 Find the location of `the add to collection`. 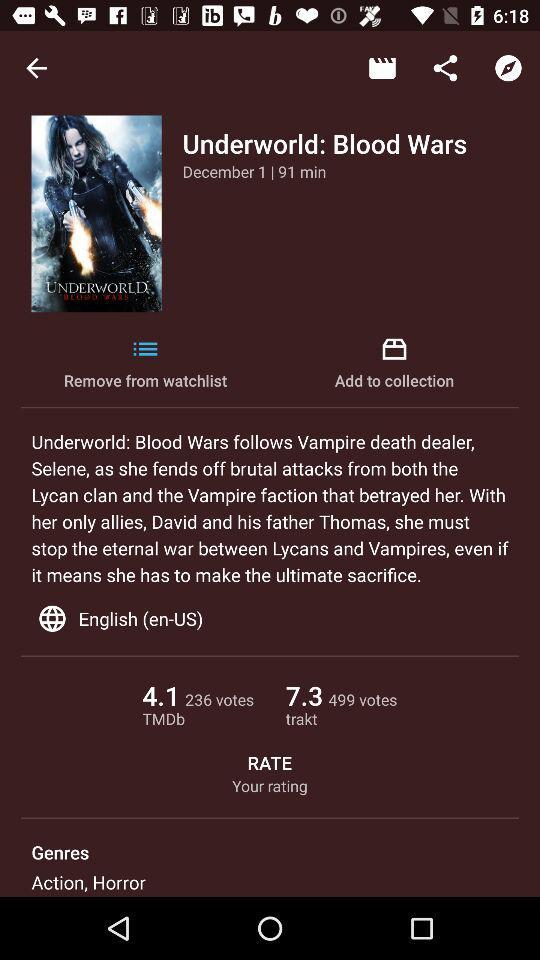

the add to collection is located at coordinates (394, 363).